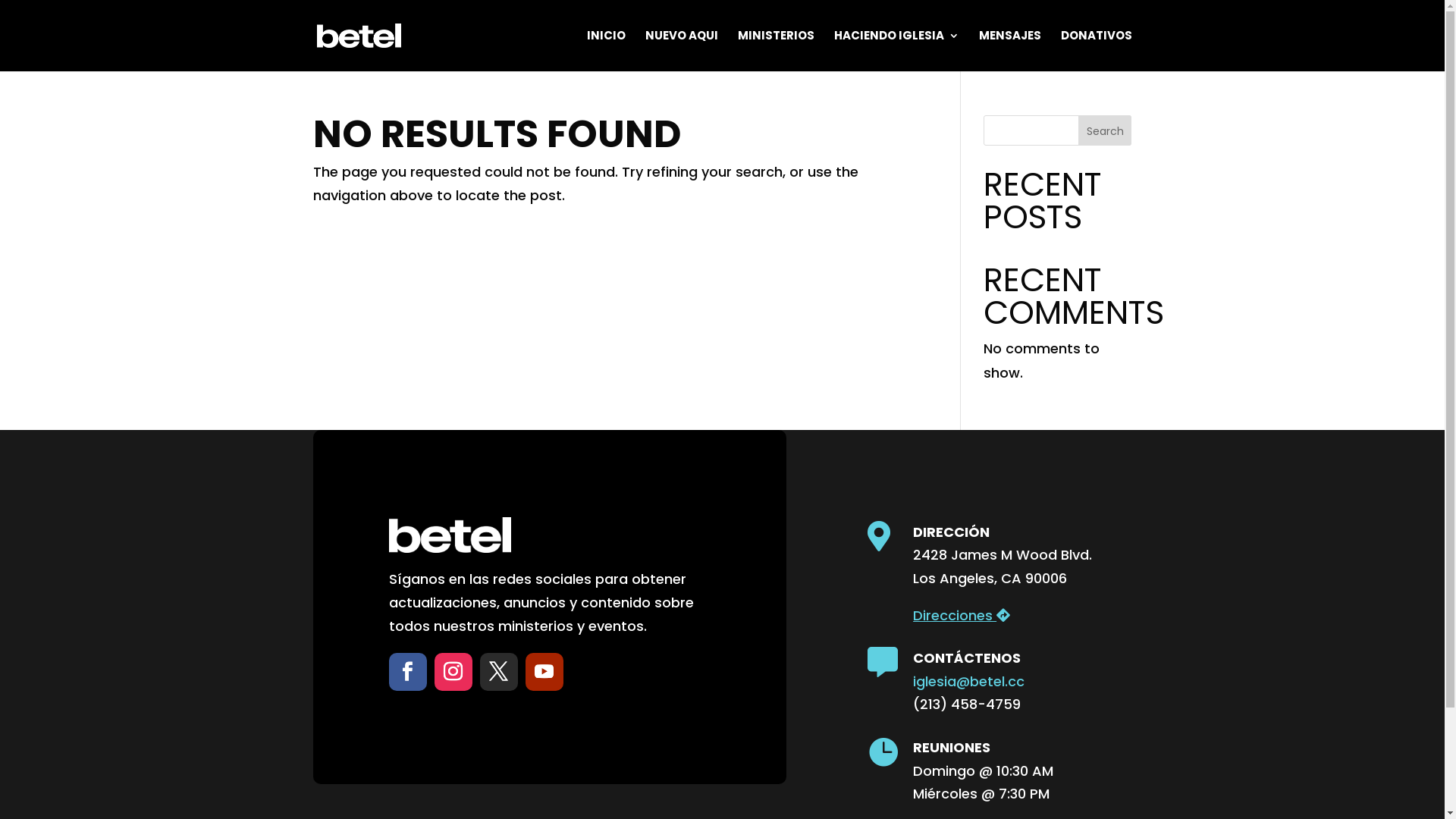 This screenshot has width=1456, height=819. Describe the element at coordinates (498, 671) in the screenshot. I see `'Follow on X'` at that location.